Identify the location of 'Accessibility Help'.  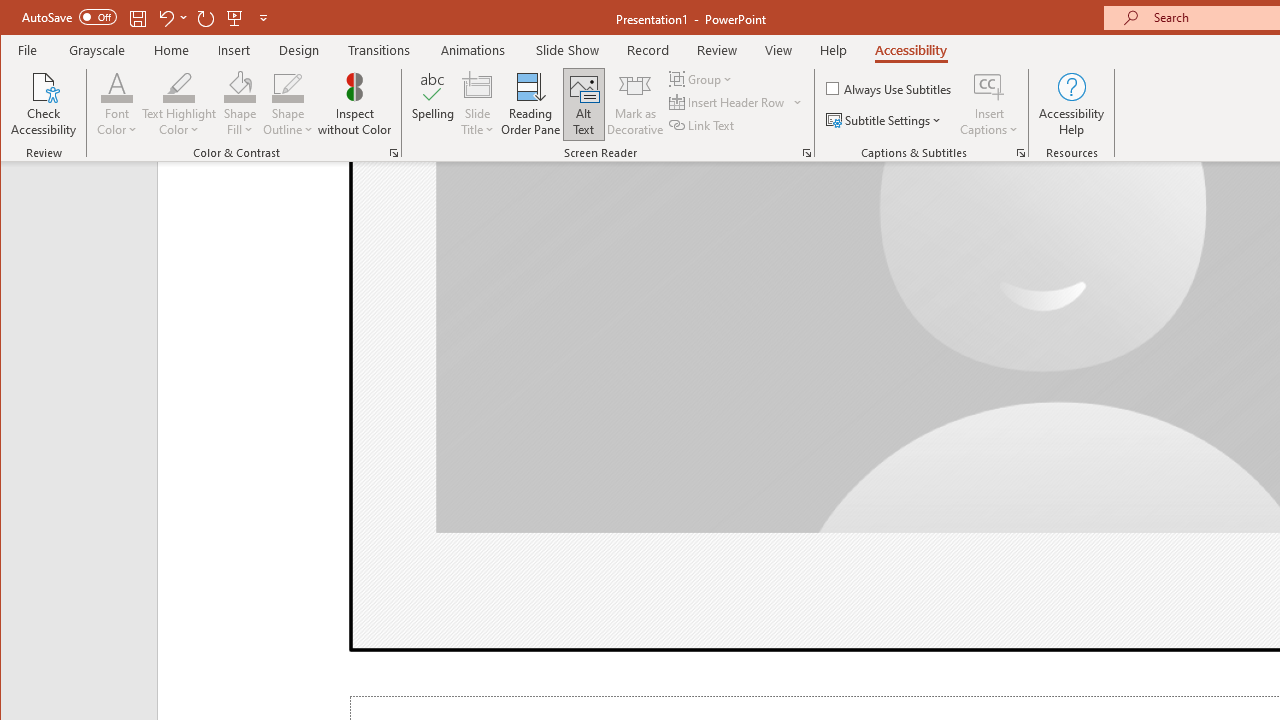
(1071, 104).